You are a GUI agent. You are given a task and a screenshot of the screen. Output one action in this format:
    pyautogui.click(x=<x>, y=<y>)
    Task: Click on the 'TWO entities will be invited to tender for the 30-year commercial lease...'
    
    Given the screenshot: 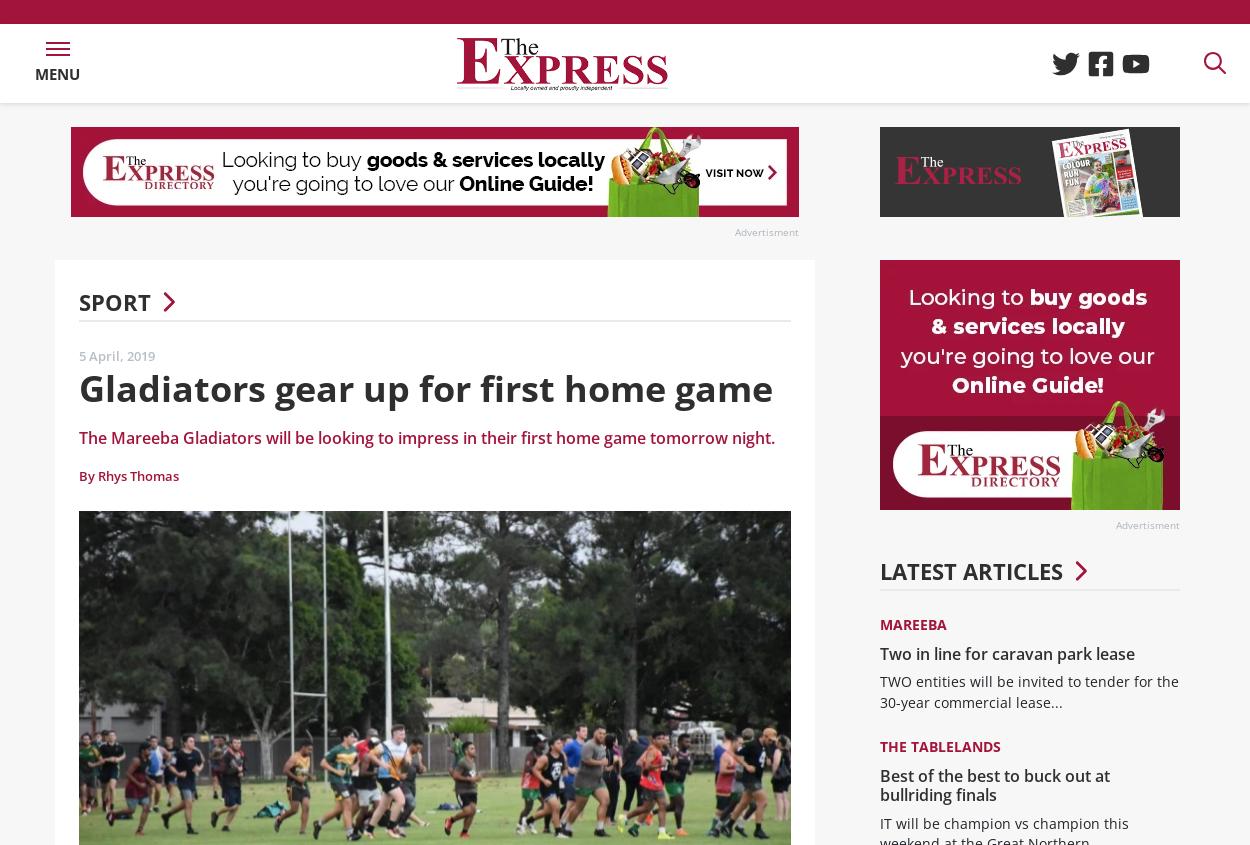 What is the action you would take?
    pyautogui.click(x=1029, y=706)
    